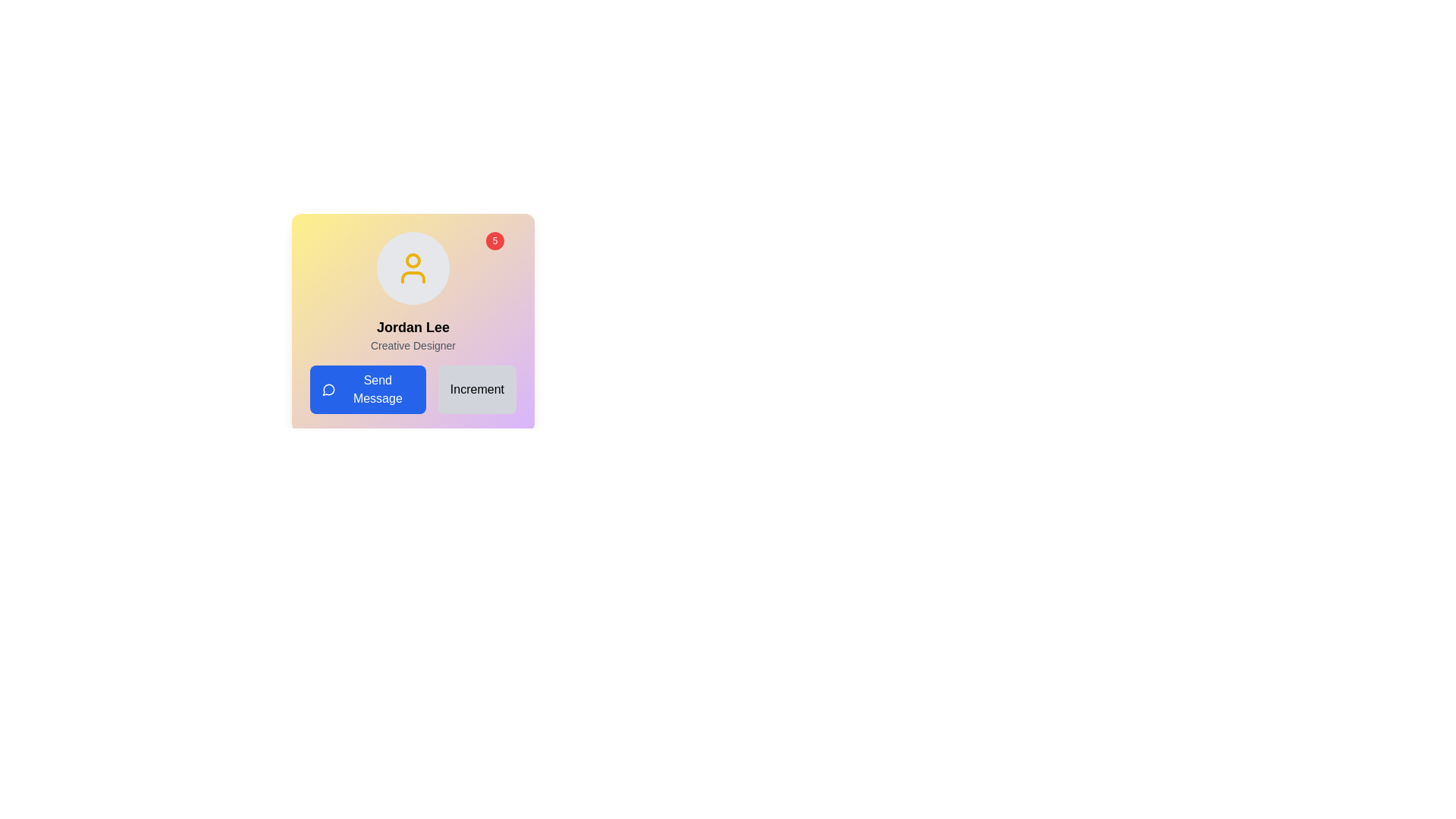 The width and height of the screenshot is (1456, 819). What do you see at coordinates (413, 327) in the screenshot?
I see `the user` at bounding box center [413, 327].